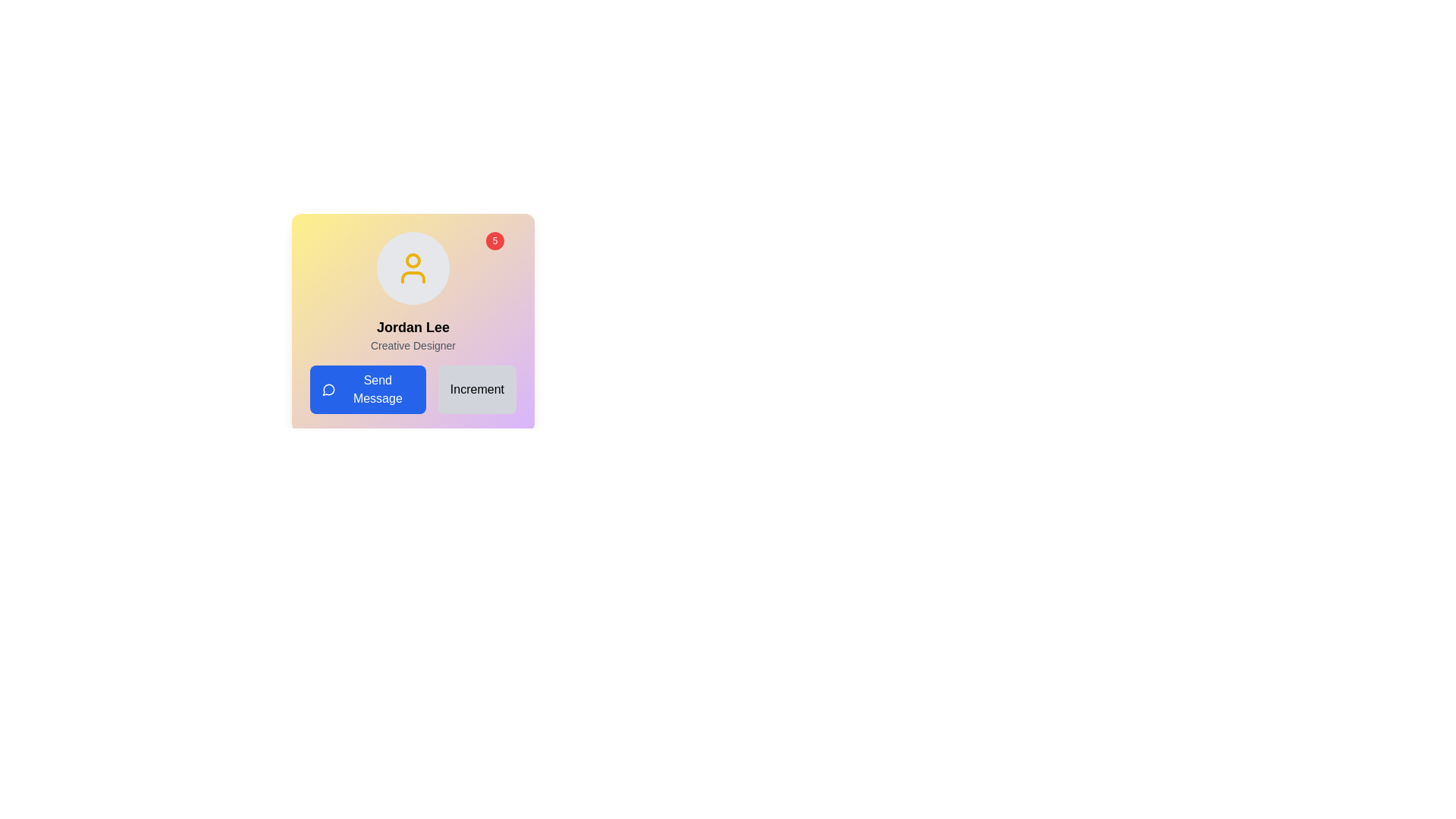 The width and height of the screenshot is (1456, 819). What do you see at coordinates (413, 327) in the screenshot?
I see `the user` at bounding box center [413, 327].